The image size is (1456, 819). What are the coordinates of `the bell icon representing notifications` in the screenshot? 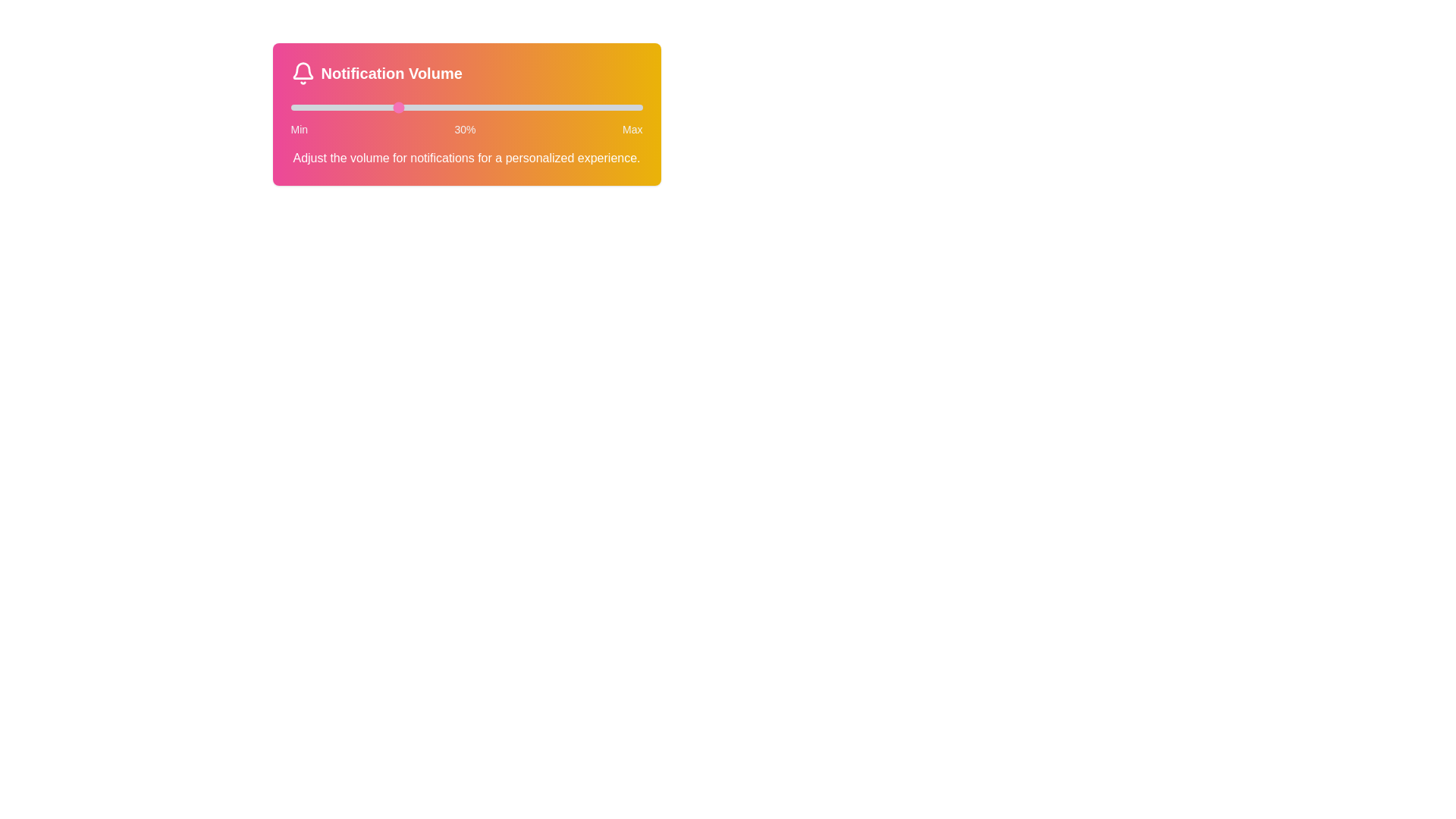 It's located at (303, 73).